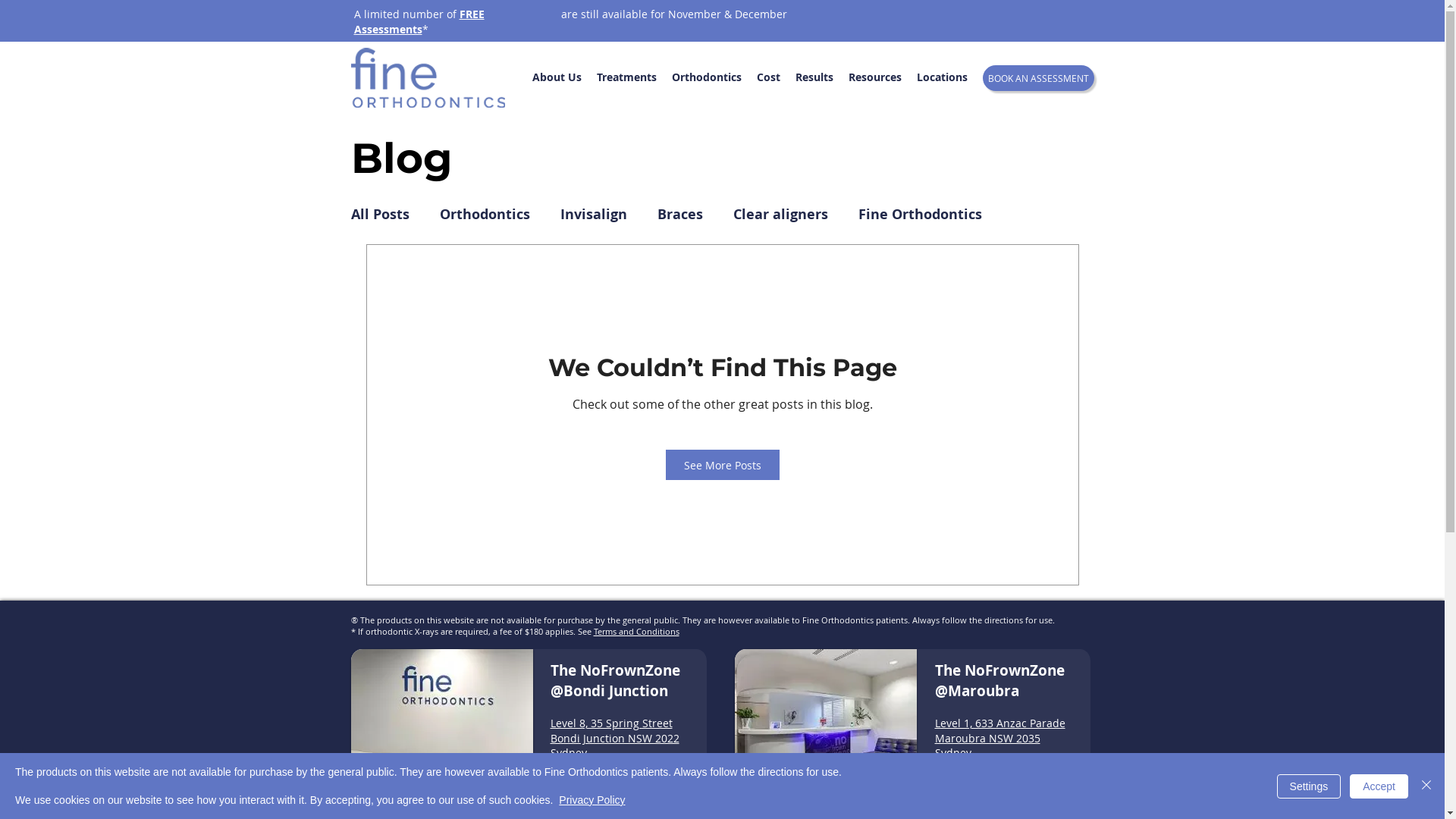  I want to click on 'Results', so click(786, 77).